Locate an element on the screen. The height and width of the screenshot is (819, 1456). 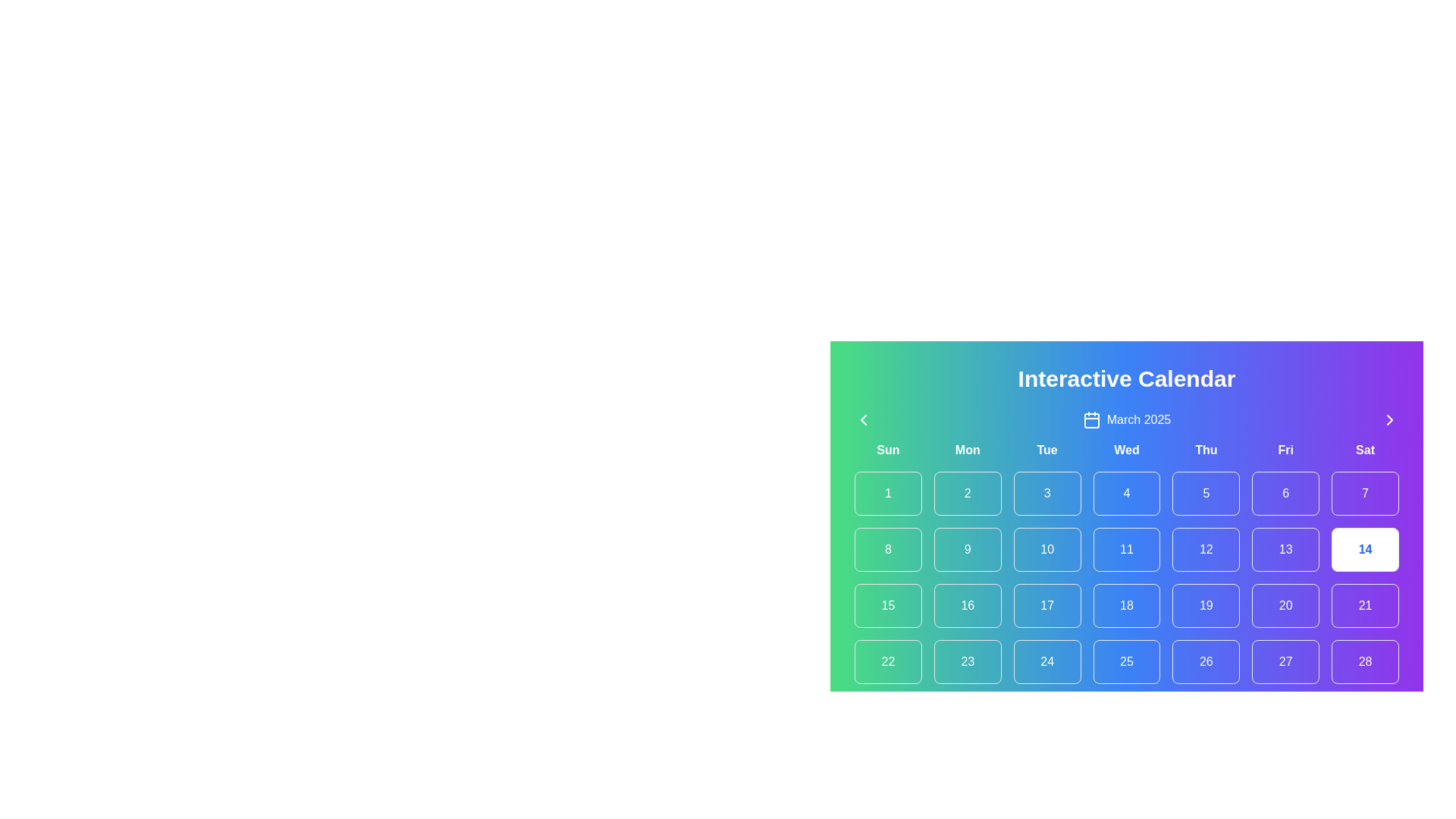
the button labeled '7' in the calendar interface, which is styled as a rounded rectangle with a purple gradient background is located at coordinates (1365, 494).